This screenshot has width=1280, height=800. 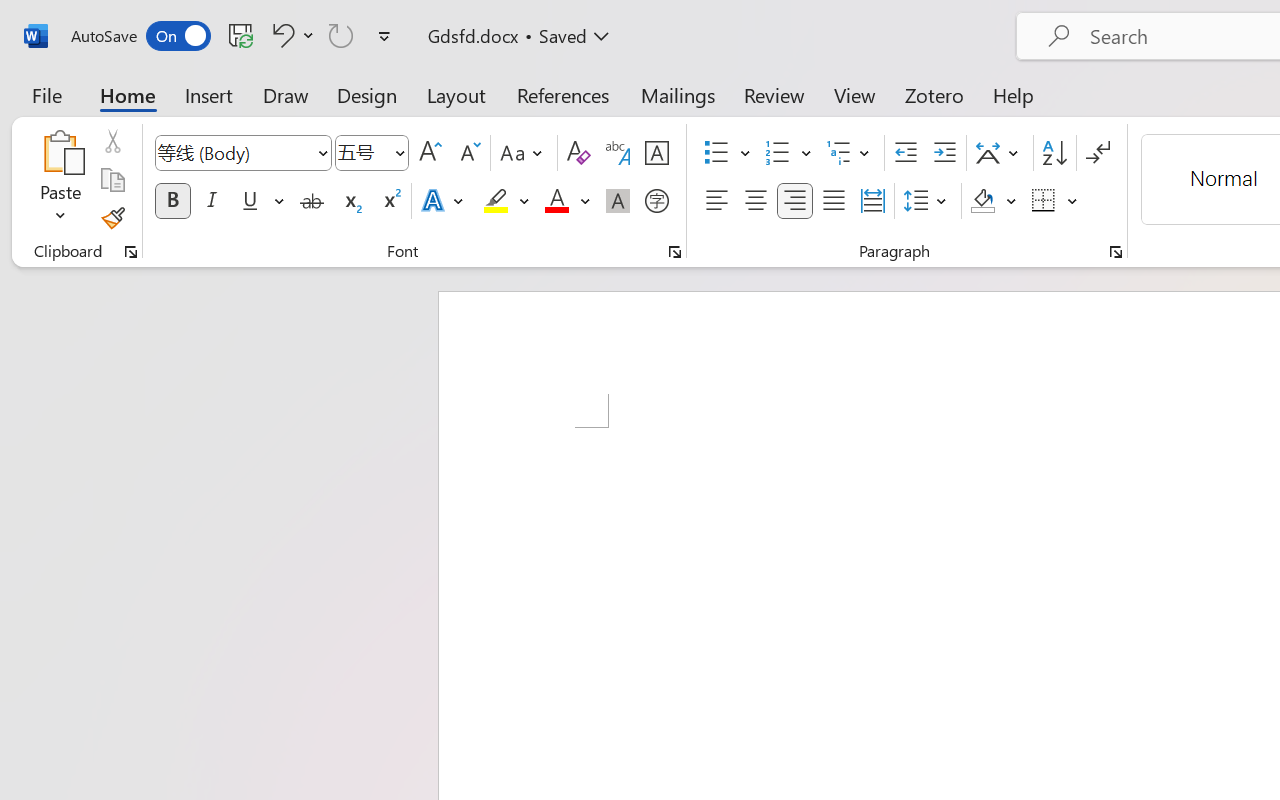 I want to click on 'Enclose Characters...', so click(x=656, y=201).